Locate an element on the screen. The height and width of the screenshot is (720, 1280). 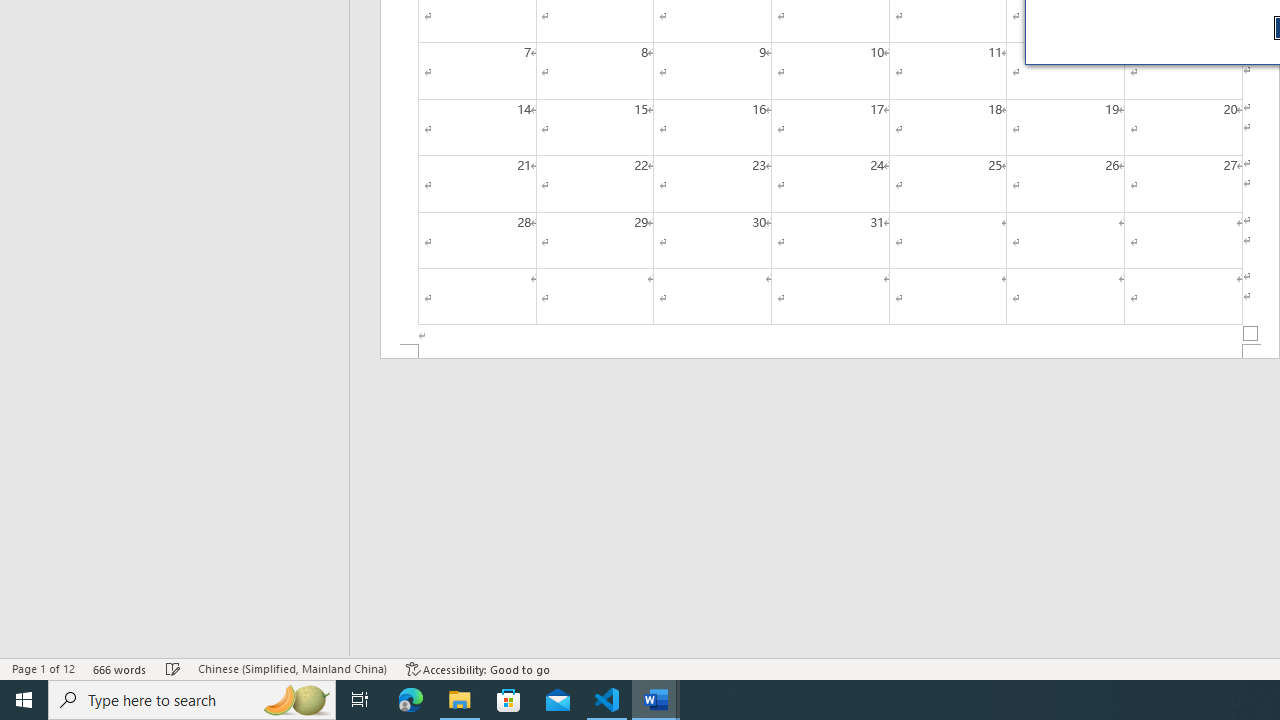
'Page Number Page 1 of 12' is located at coordinates (43, 669).